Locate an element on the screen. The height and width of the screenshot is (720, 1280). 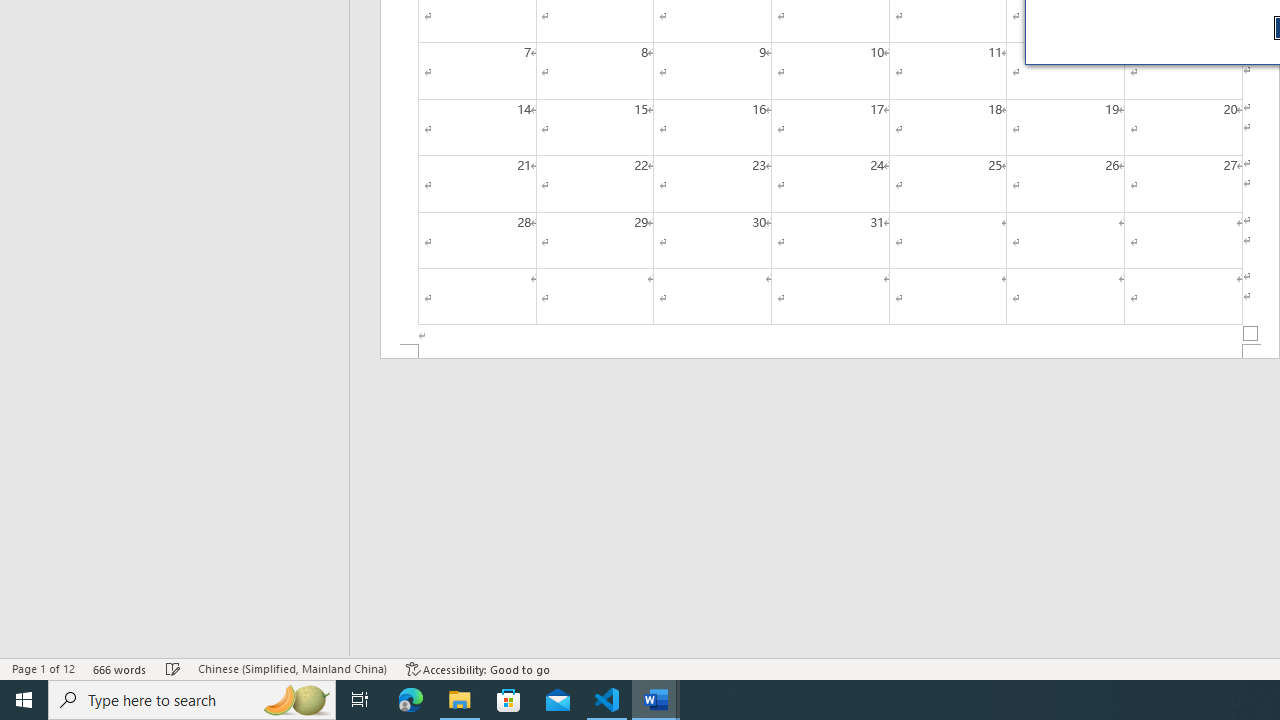
'Page Number Page 1 of 12' is located at coordinates (43, 669).